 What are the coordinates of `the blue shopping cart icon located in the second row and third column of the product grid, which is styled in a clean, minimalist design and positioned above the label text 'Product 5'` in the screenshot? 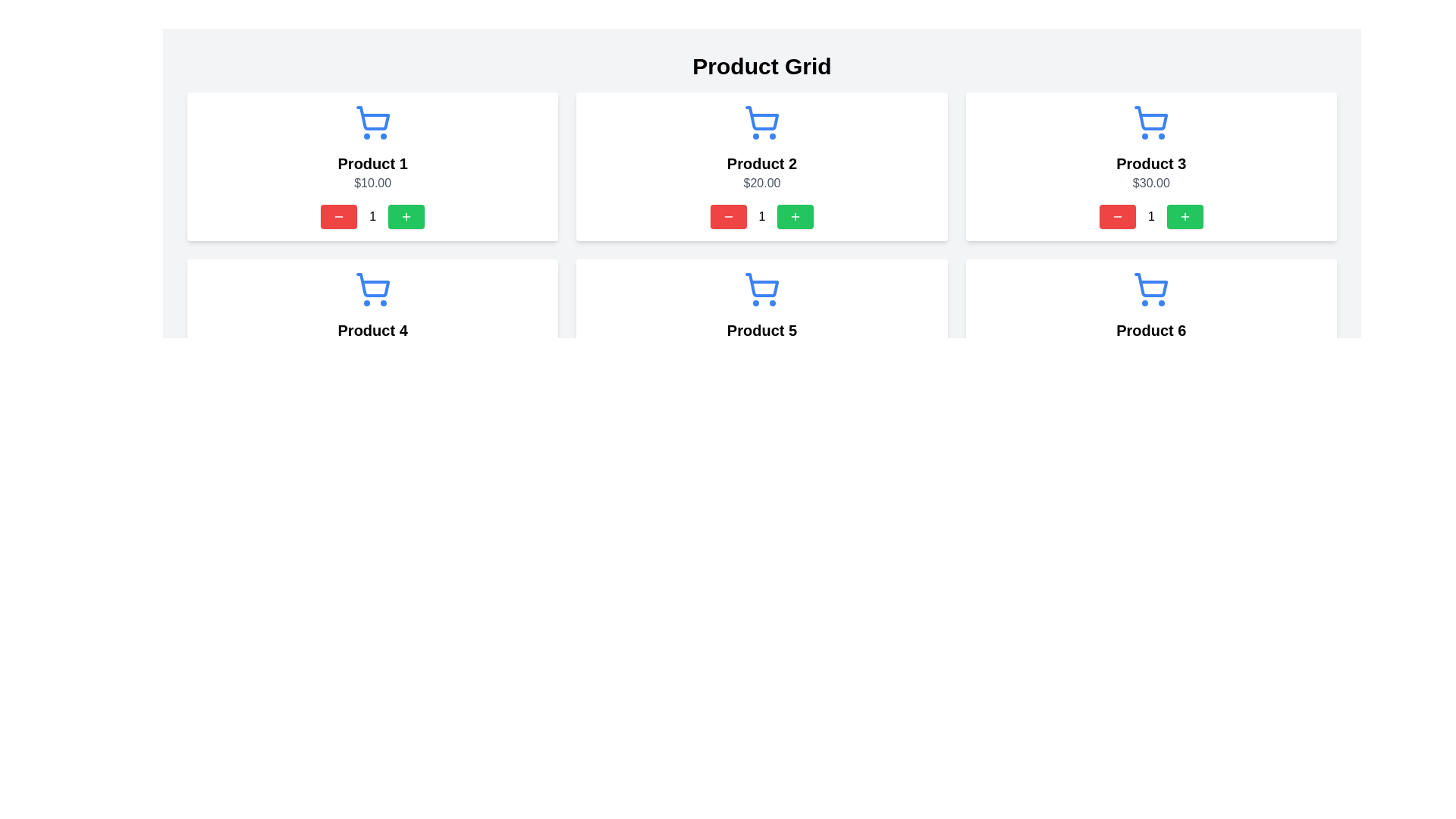 It's located at (762, 285).